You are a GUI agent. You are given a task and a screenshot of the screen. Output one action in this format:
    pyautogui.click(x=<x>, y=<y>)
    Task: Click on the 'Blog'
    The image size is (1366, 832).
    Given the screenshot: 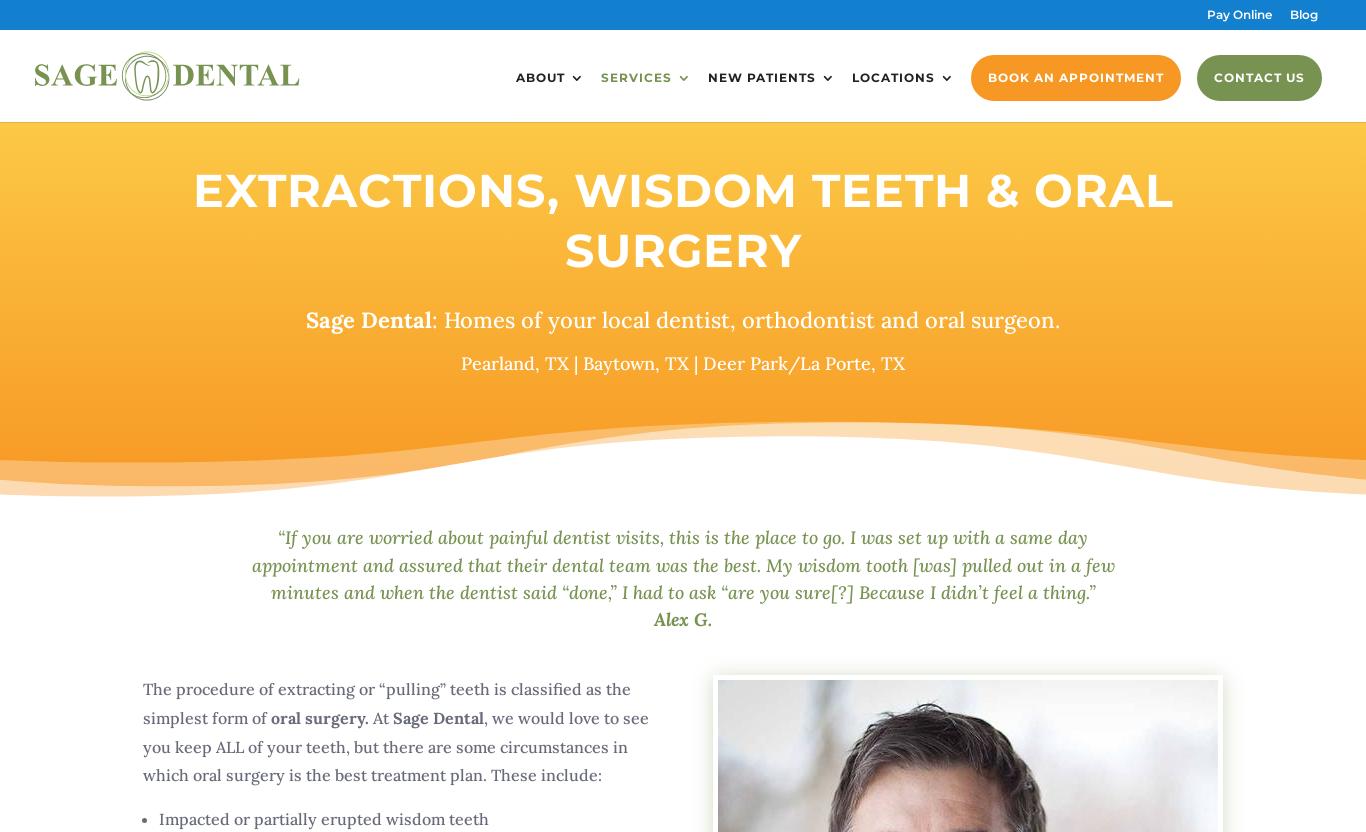 What is the action you would take?
    pyautogui.click(x=1302, y=14)
    